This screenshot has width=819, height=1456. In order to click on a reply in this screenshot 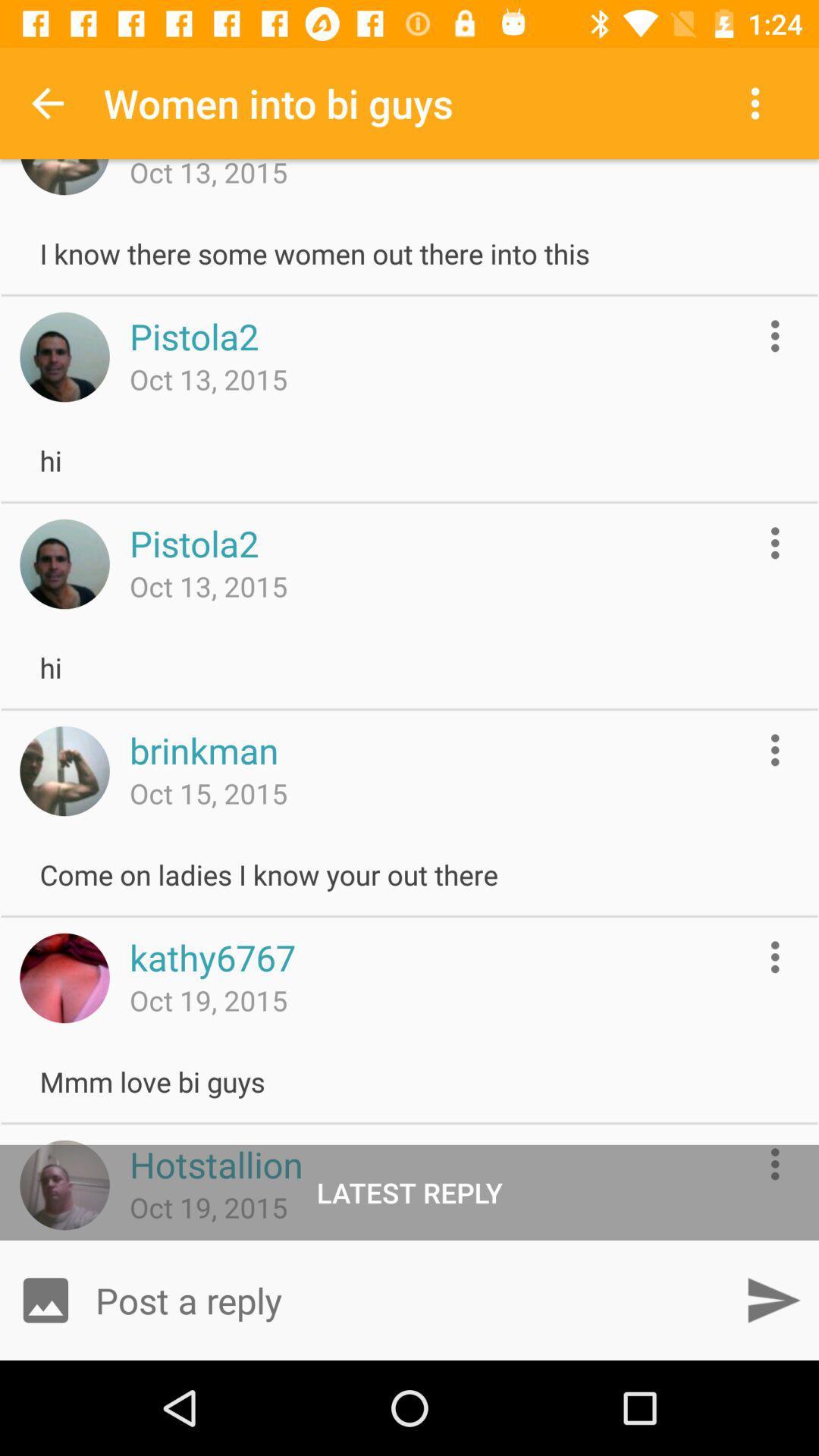, I will do `click(409, 1299)`.